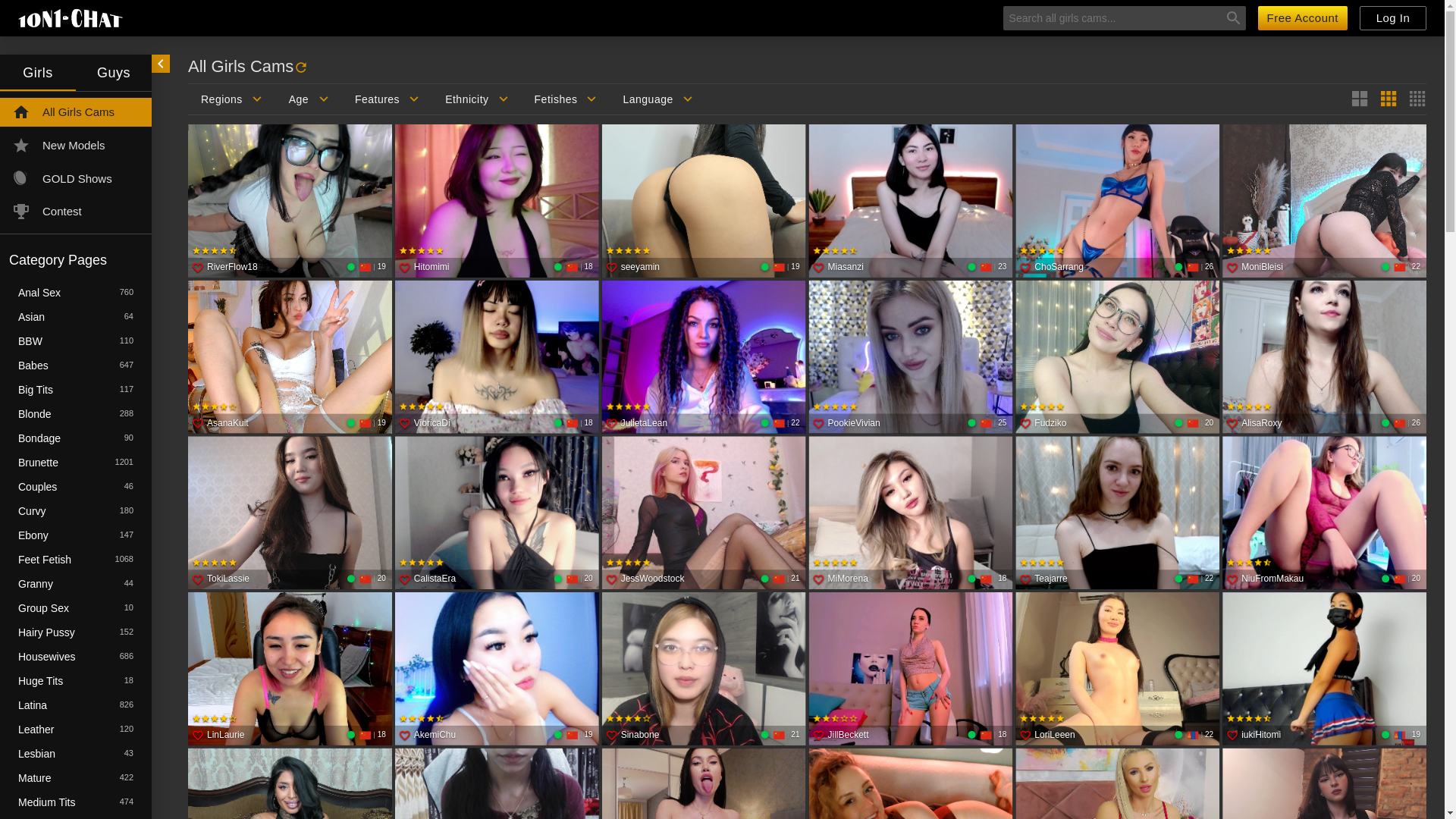  Describe the element at coordinates (1323, 358) in the screenshot. I see `'AlisaRoxy` at that location.